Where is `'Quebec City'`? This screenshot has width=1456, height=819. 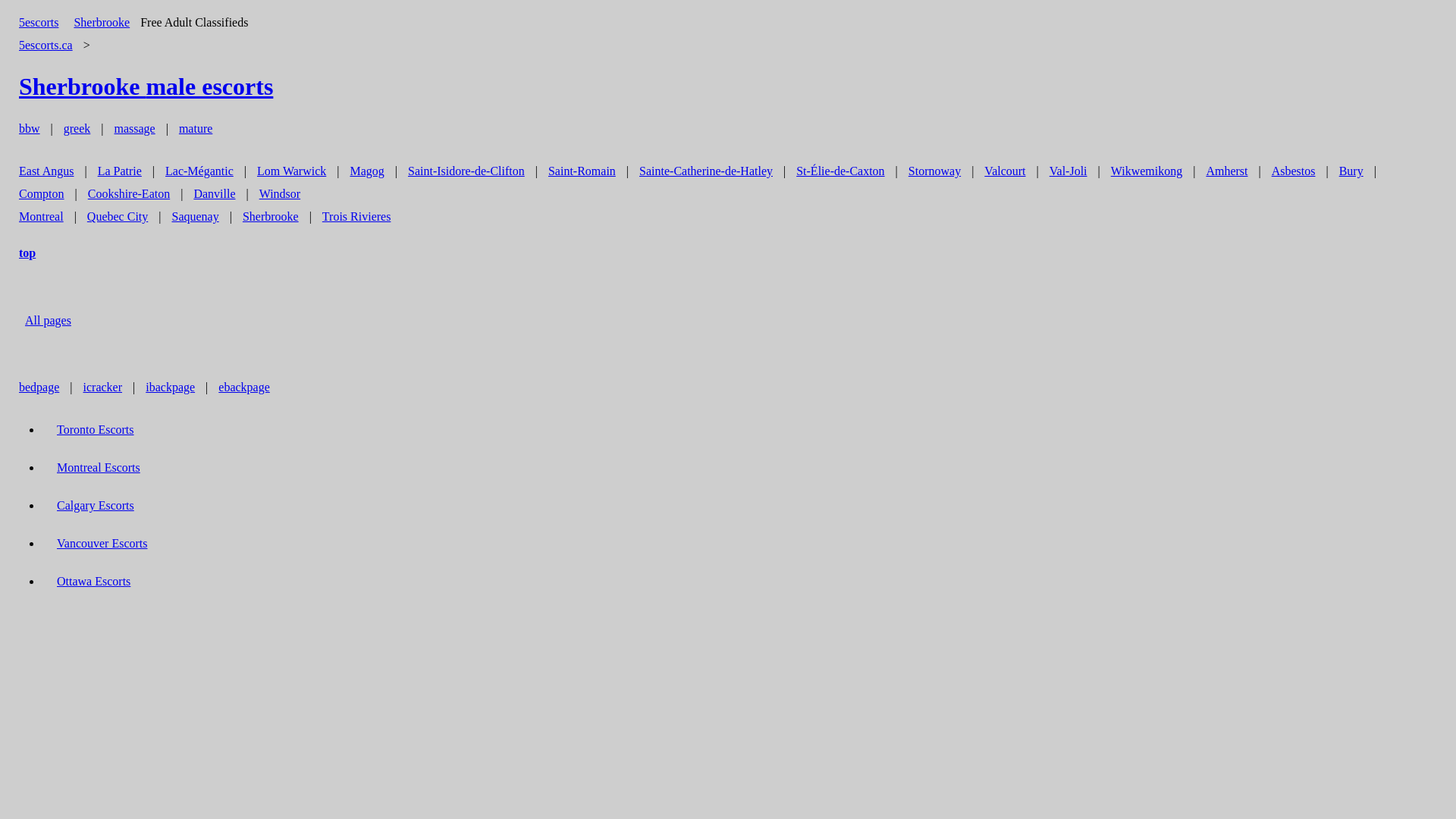
'Quebec City' is located at coordinates (116, 216).